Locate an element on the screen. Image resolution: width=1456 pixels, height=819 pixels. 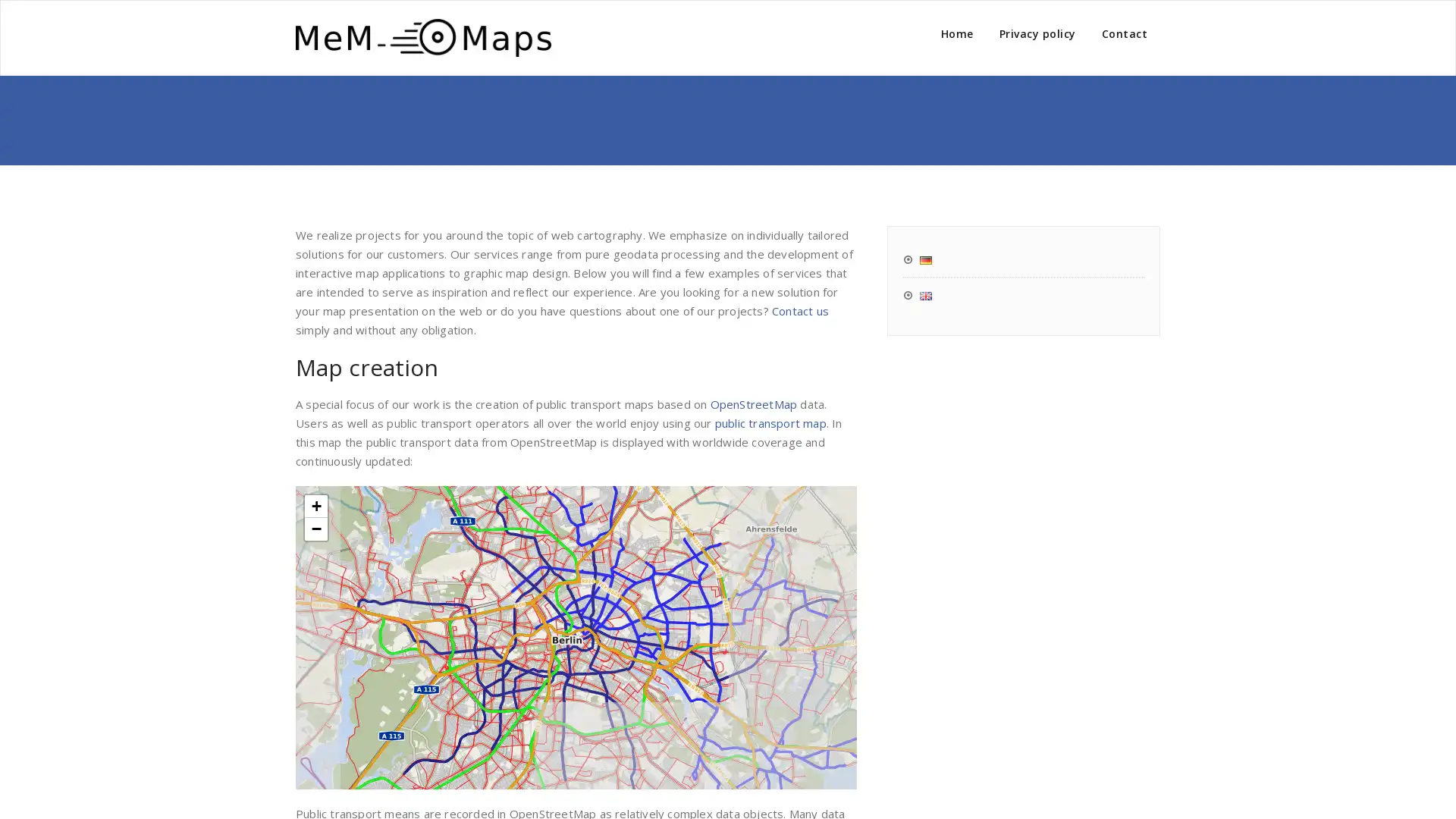
Zoom in is located at coordinates (315, 506).